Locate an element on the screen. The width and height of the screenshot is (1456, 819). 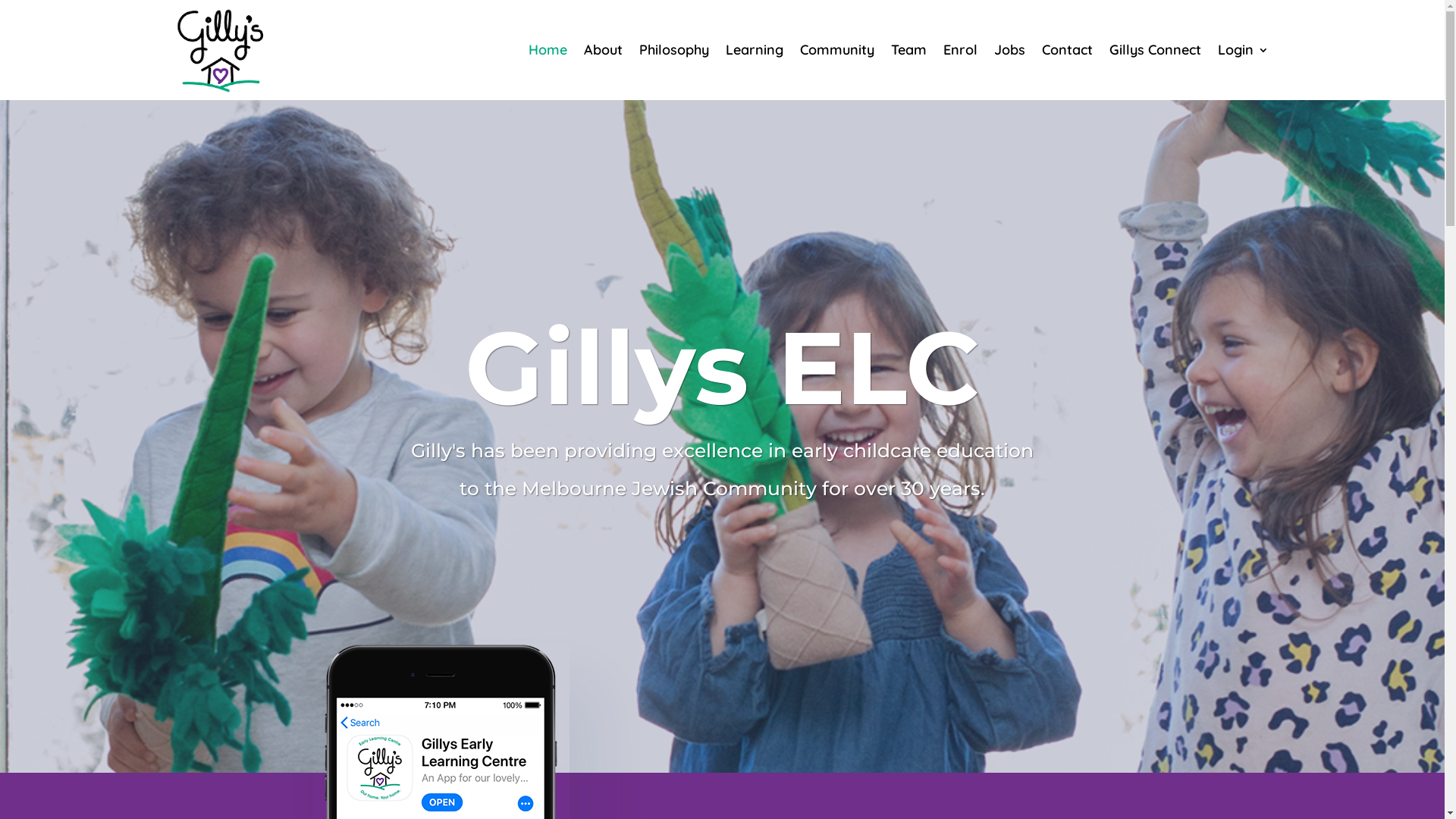
'Gillys Connect' is located at coordinates (1153, 49).